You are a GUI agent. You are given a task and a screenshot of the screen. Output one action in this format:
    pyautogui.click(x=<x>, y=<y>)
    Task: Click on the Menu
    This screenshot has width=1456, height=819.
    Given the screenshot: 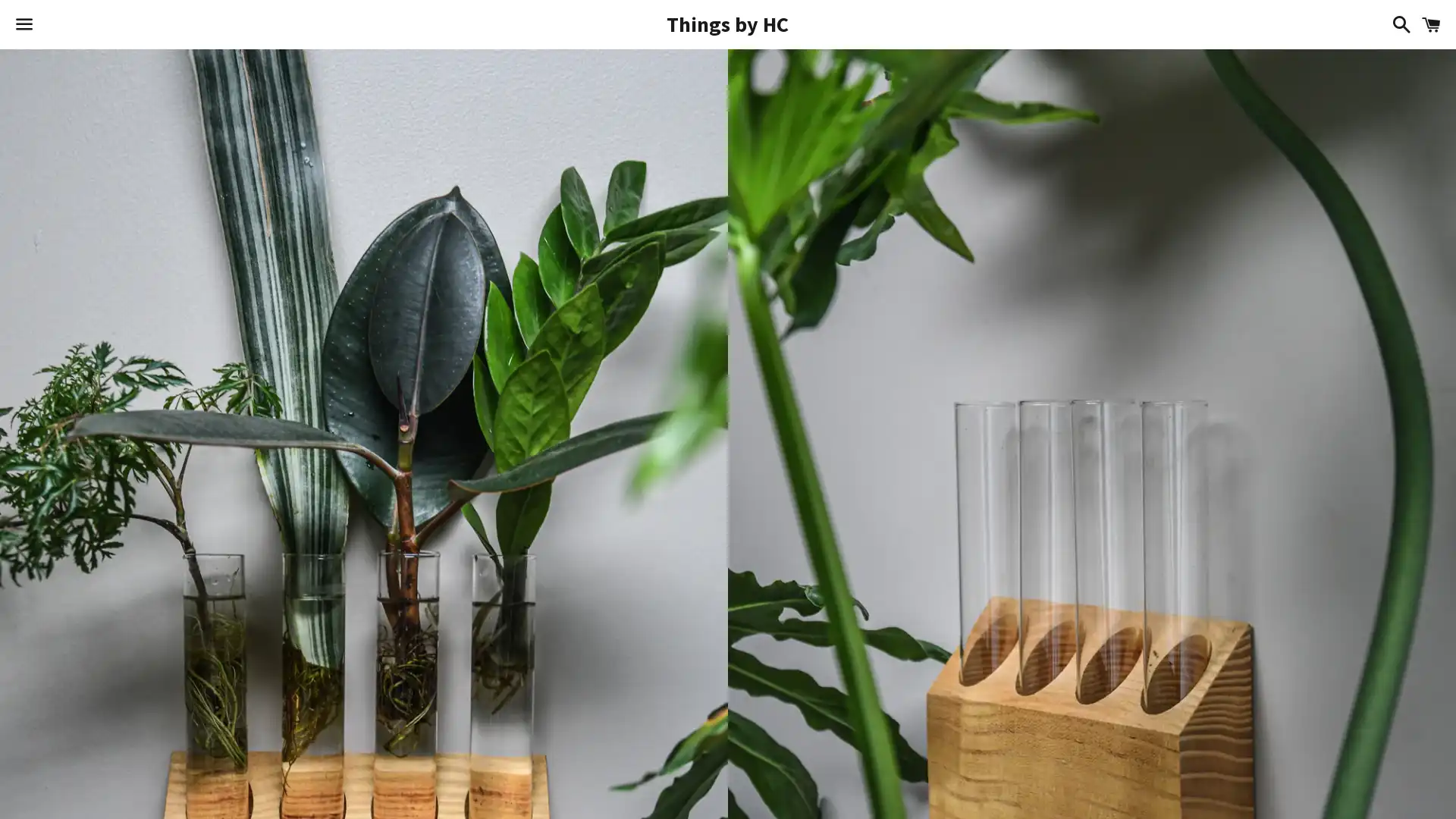 What is the action you would take?
    pyautogui.click(x=24, y=24)
    